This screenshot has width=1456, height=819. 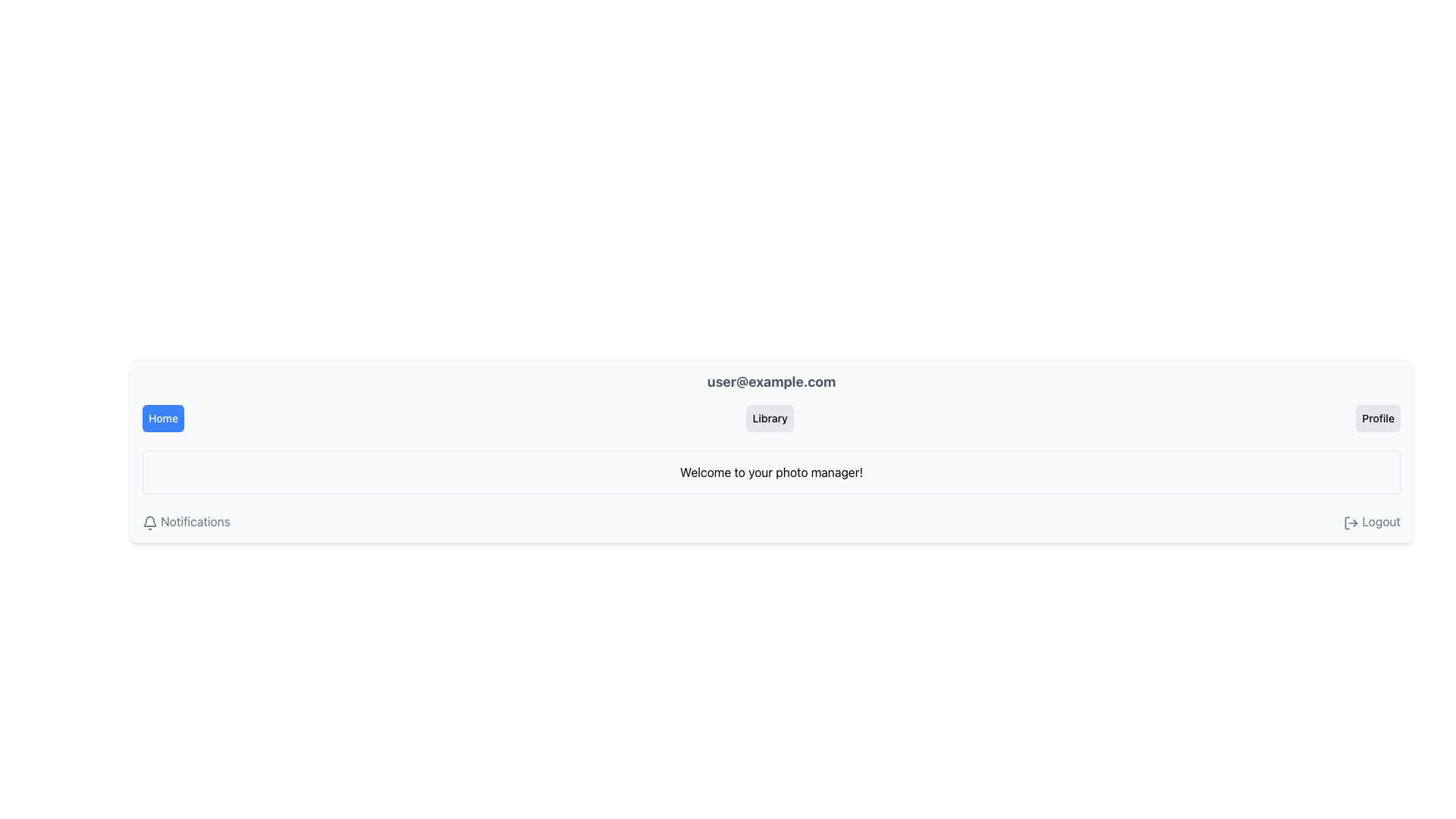 What do you see at coordinates (1372, 520) in the screenshot?
I see `the logout hyperlink with an icon located at the far right end of the horizontal alignment, adjacent to the Notifications link, to trigger potential styling effects` at bounding box center [1372, 520].